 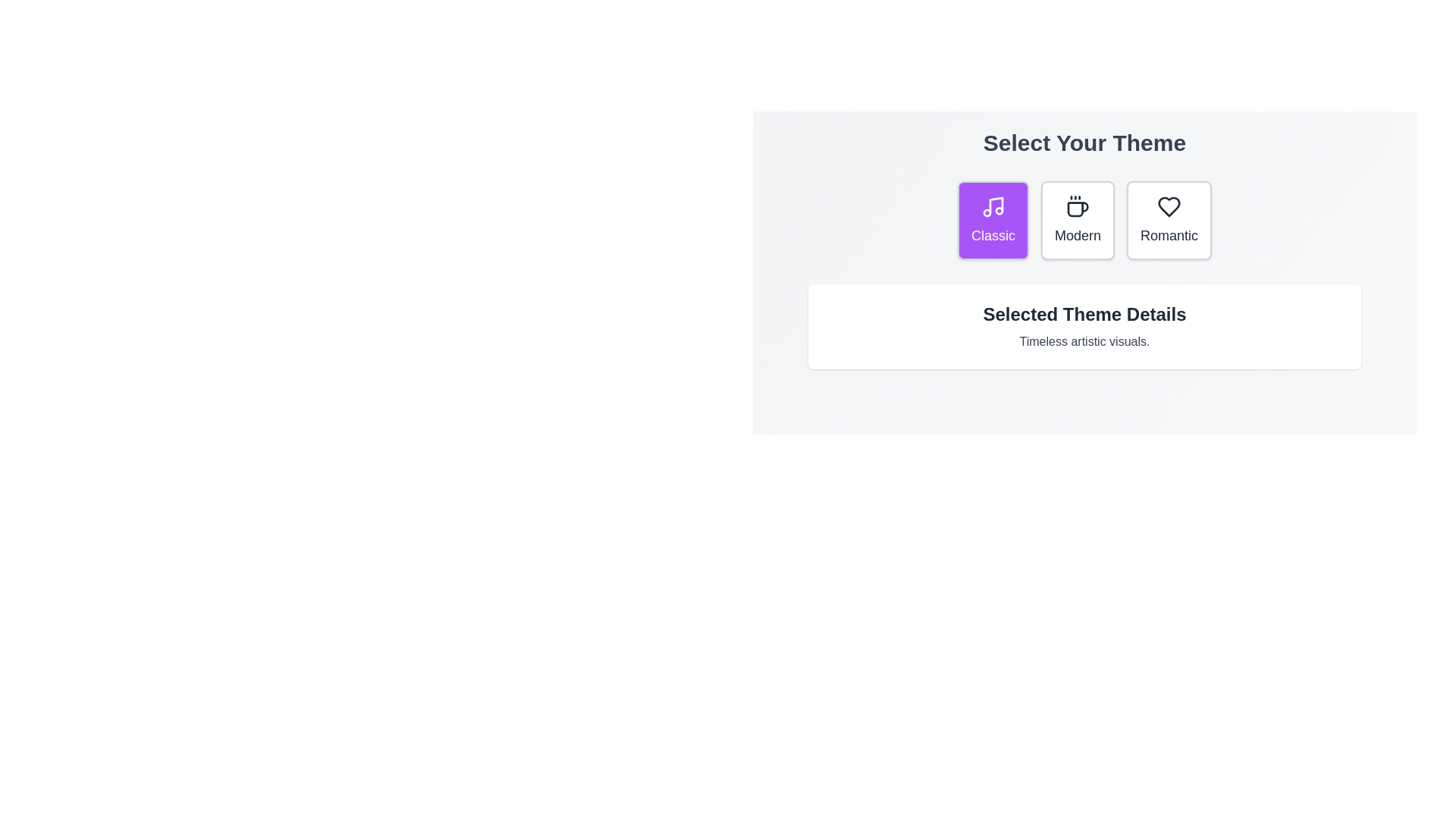 What do you see at coordinates (1168, 220) in the screenshot?
I see `the Romantic button to select the corresponding theme` at bounding box center [1168, 220].